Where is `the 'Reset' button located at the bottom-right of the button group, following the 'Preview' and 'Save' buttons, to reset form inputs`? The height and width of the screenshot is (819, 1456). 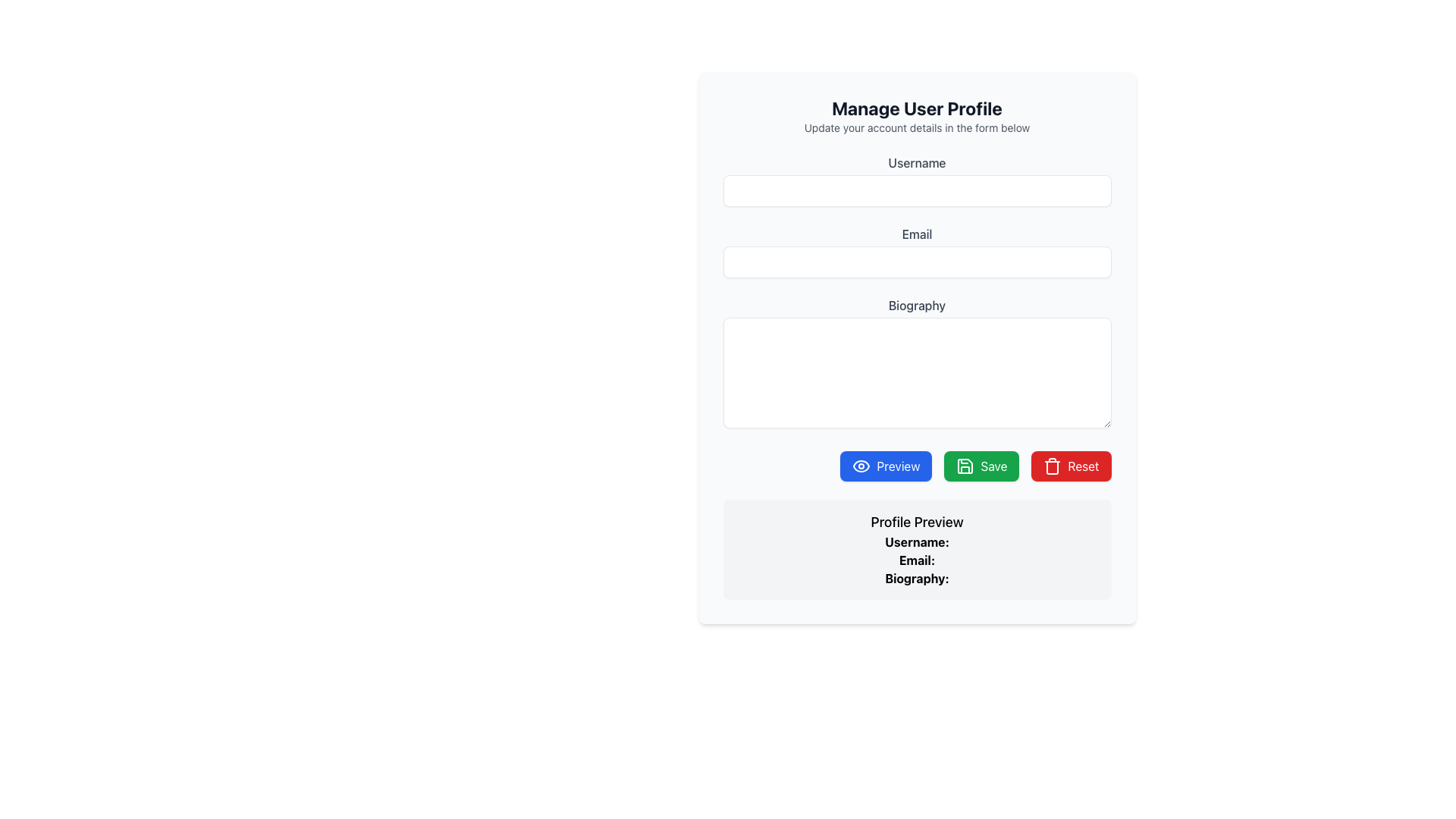
the 'Reset' button located at the bottom-right of the button group, following the 'Preview' and 'Save' buttons, to reset form inputs is located at coordinates (1082, 465).